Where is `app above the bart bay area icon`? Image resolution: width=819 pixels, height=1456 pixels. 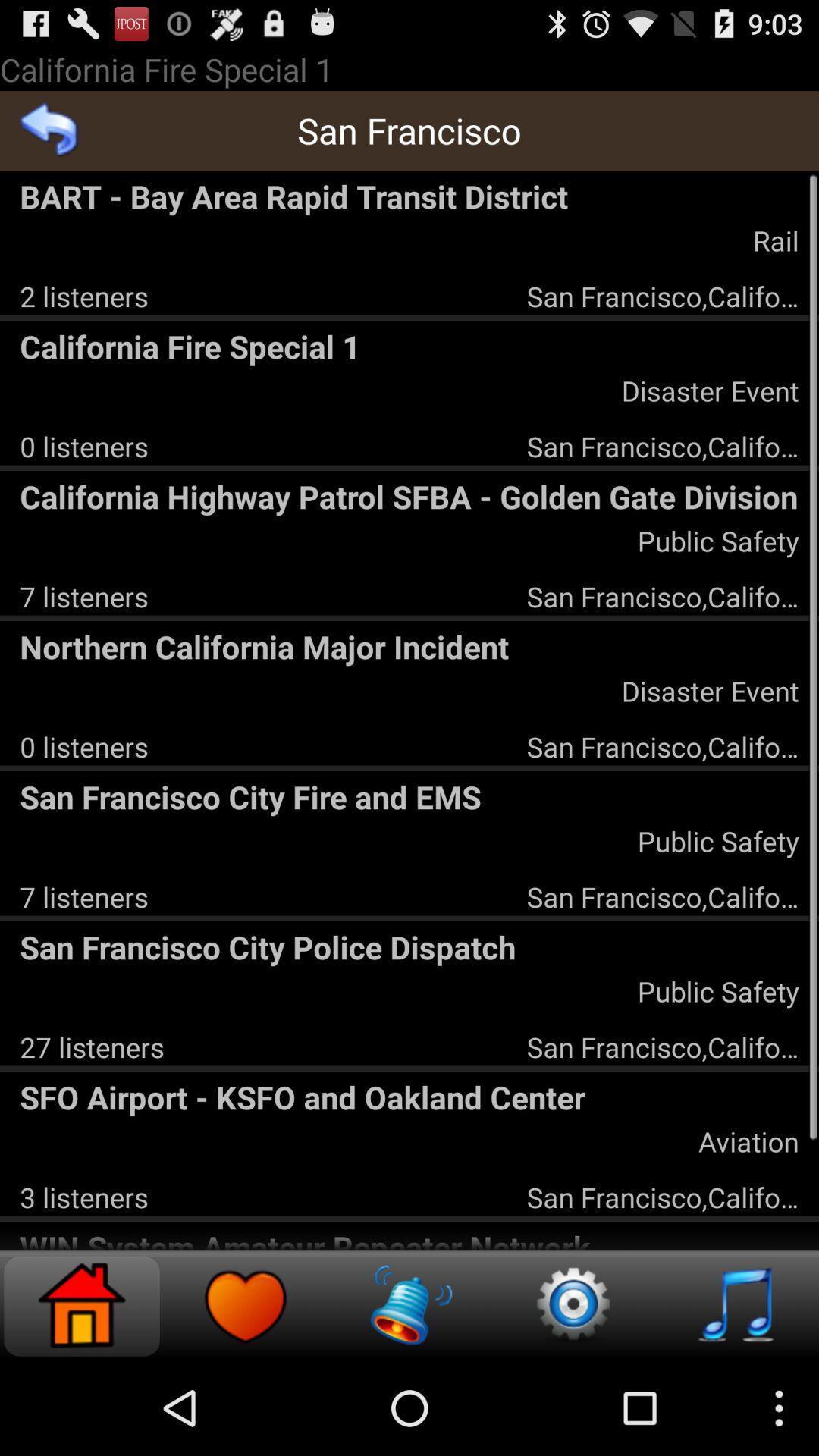 app above the bart bay area icon is located at coordinates (49, 130).